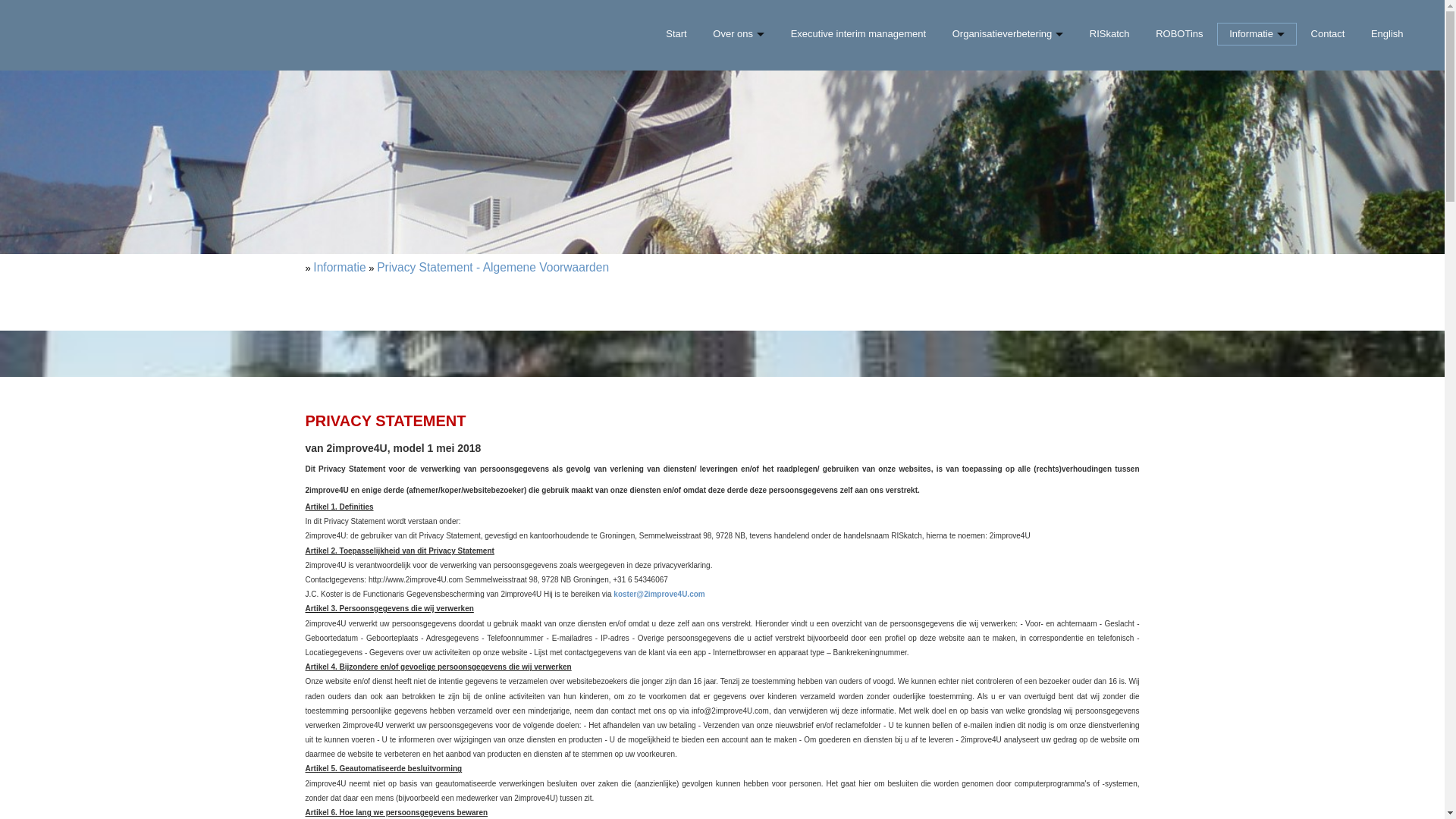 The width and height of the screenshot is (1456, 819). Describe the element at coordinates (338, 266) in the screenshot. I see `'Informatie'` at that location.